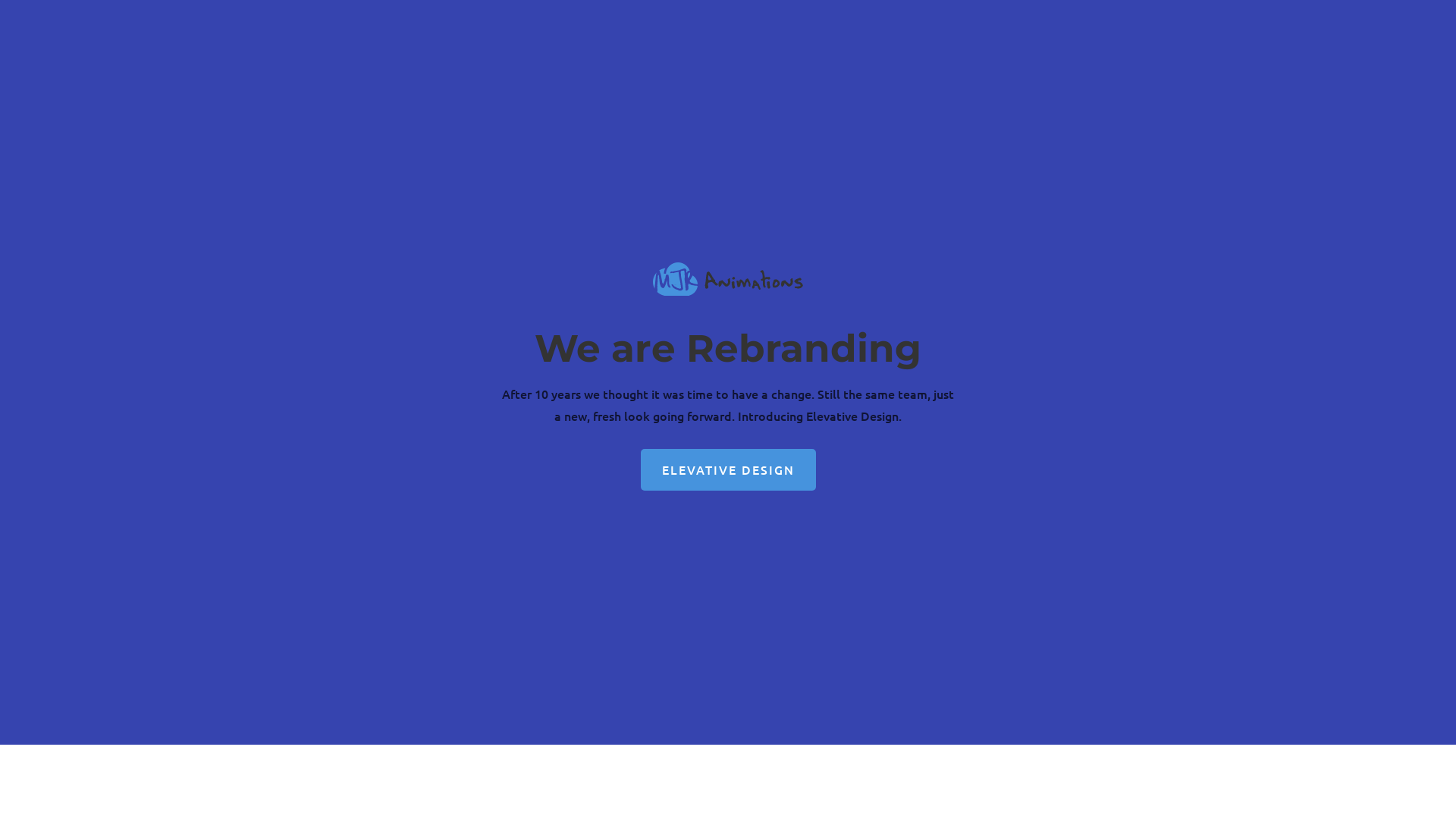 Image resolution: width=1456 pixels, height=819 pixels. What do you see at coordinates (726, 469) in the screenshot?
I see `'ELEVATIVE DESIGN'` at bounding box center [726, 469].